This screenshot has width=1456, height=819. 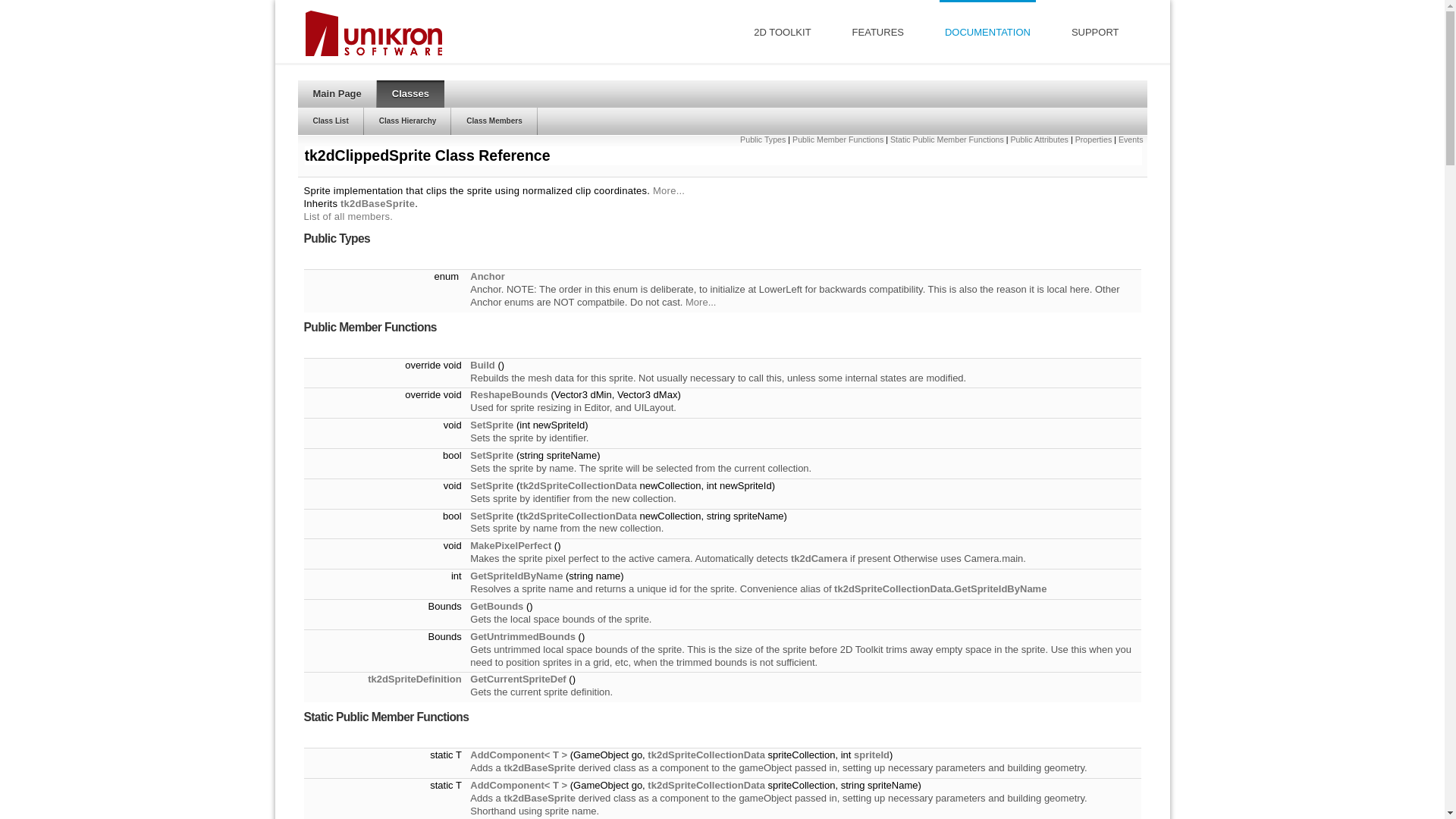 What do you see at coordinates (469, 755) in the screenshot?
I see `'AddComponent< T >'` at bounding box center [469, 755].